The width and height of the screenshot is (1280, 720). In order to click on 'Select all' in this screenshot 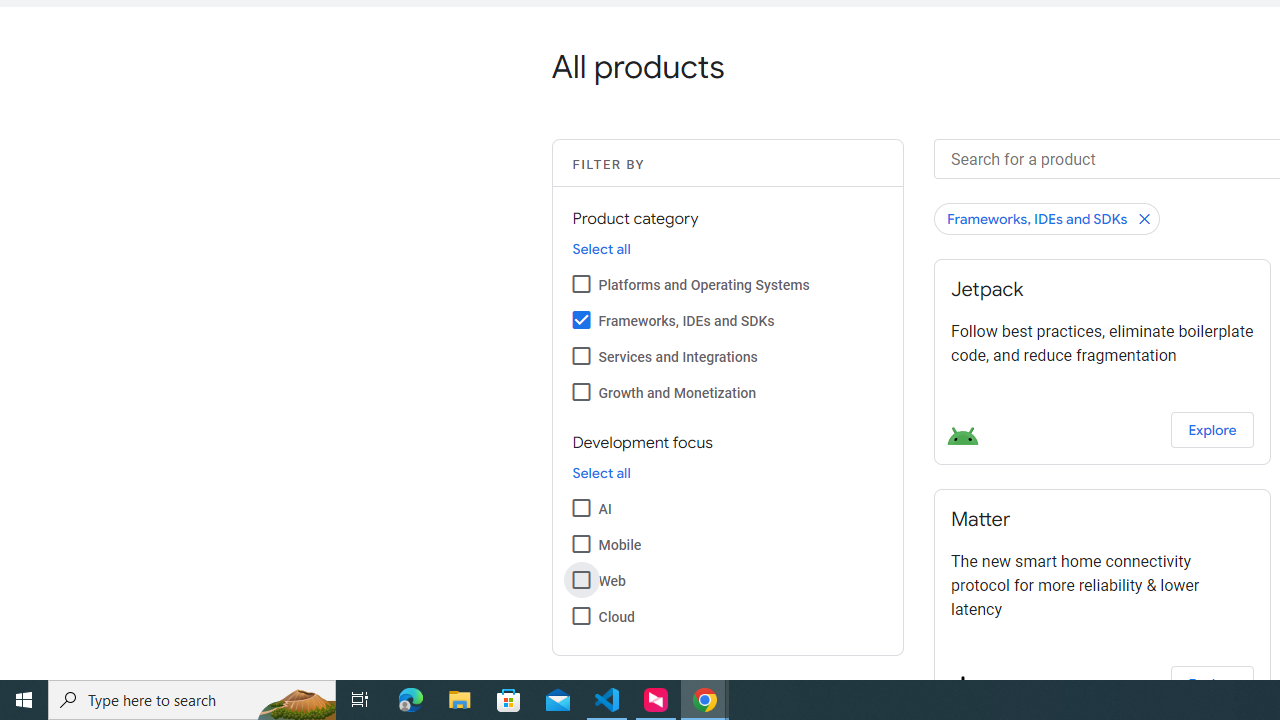, I will do `click(600, 473)`.